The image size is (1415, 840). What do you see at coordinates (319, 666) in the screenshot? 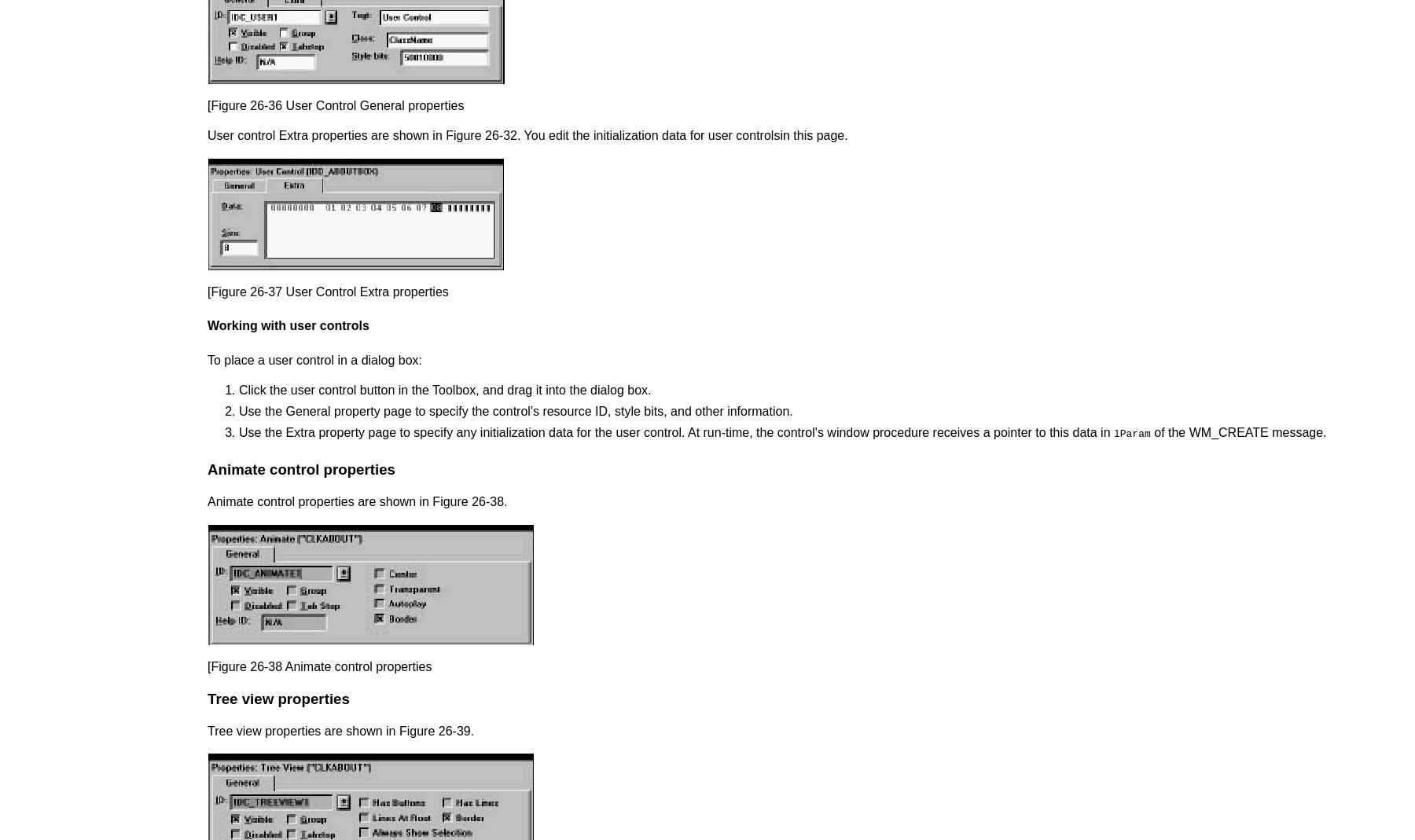
I see `'[Figure 26-38 Animate control properties'` at bounding box center [319, 666].